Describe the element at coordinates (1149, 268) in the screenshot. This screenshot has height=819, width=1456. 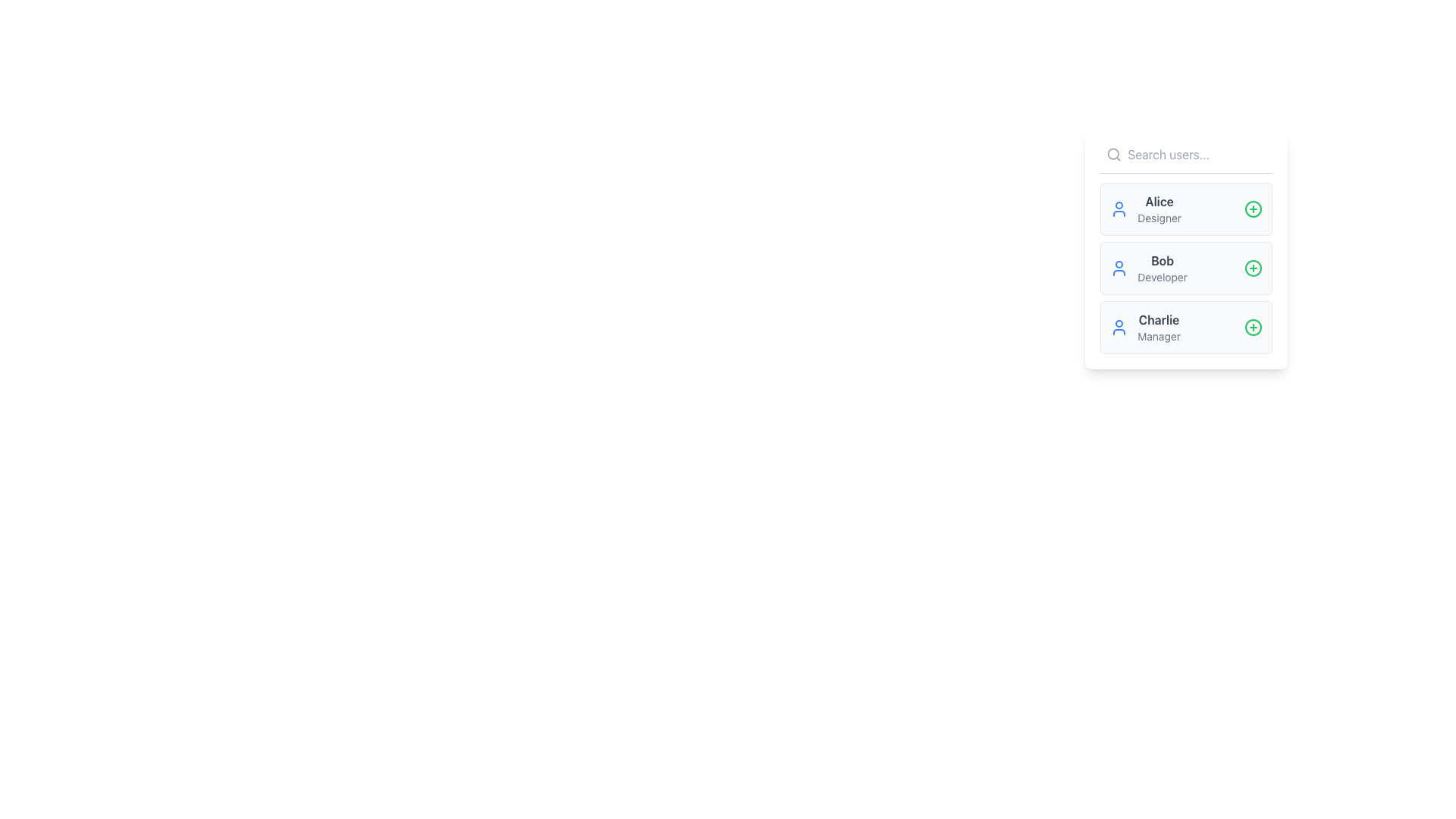
I see `the User Information Card displaying the user's name 'Bob' and role 'Developer', which is the second card in a vertical list of user cards` at that location.